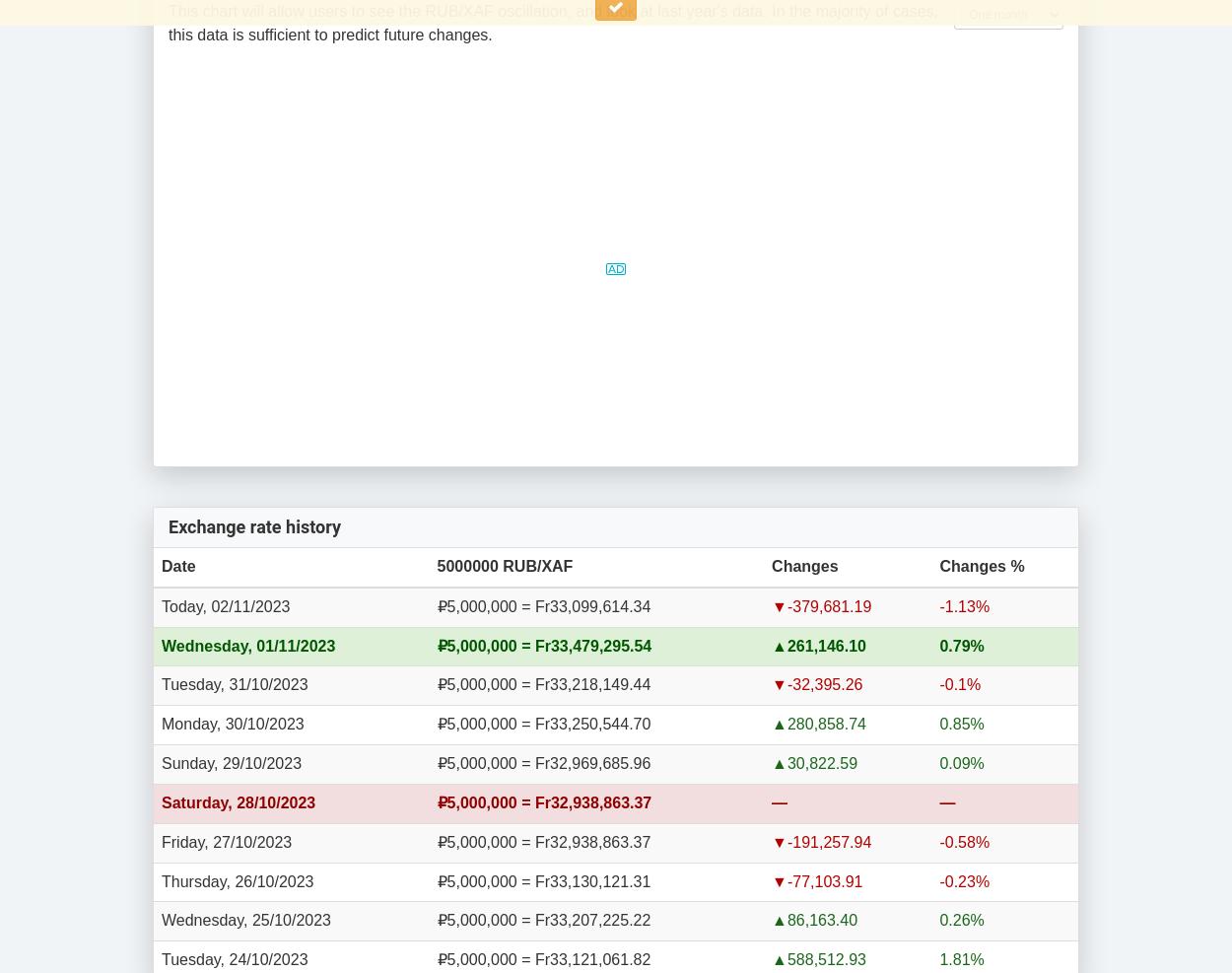 This screenshot has width=1232, height=973. What do you see at coordinates (803, 564) in the screenshot?
I see `'Changes'` at bounding box center [803, 564].